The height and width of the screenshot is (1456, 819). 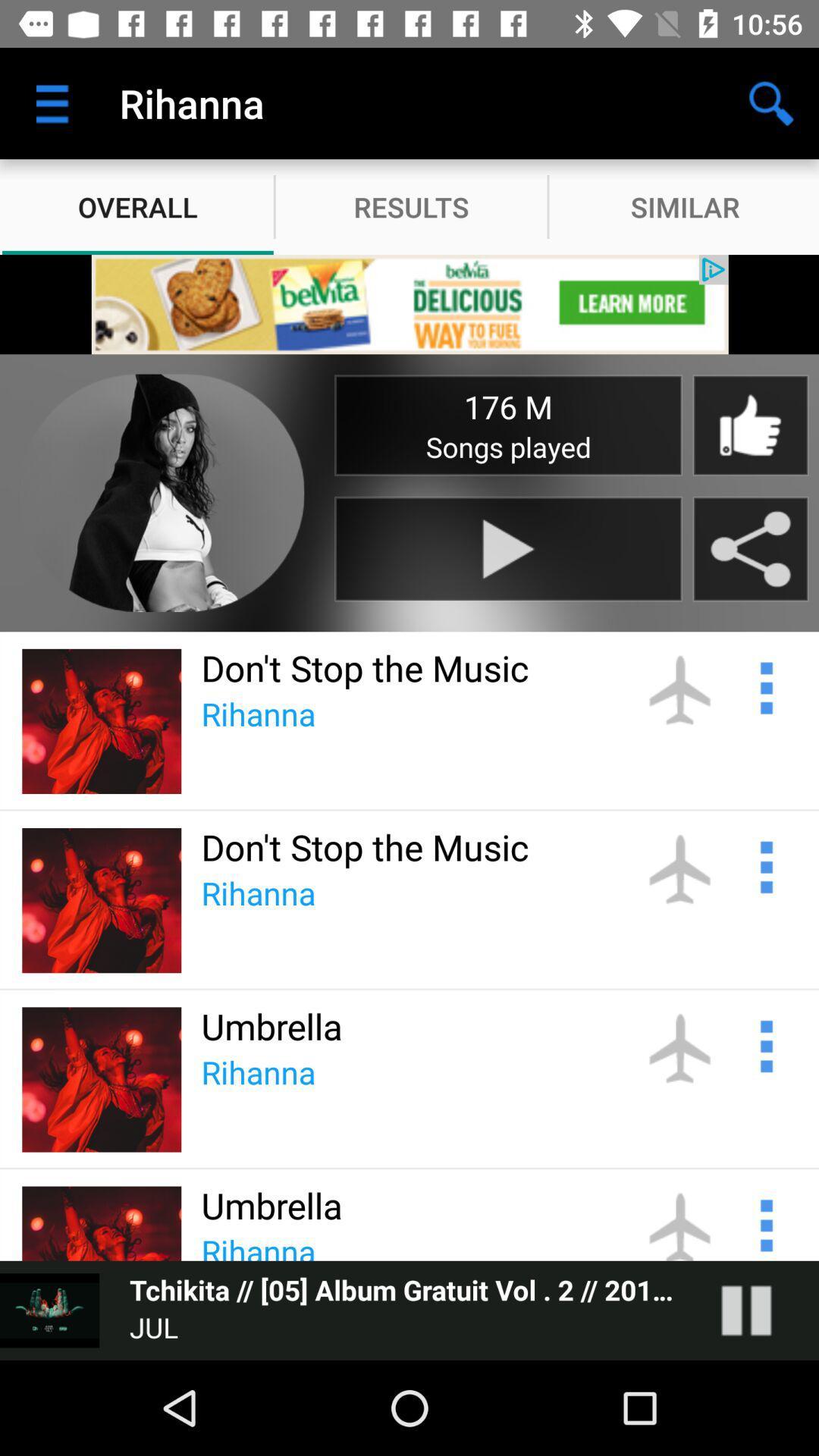 I want to click on pause music, so click(x=761, y=1310).